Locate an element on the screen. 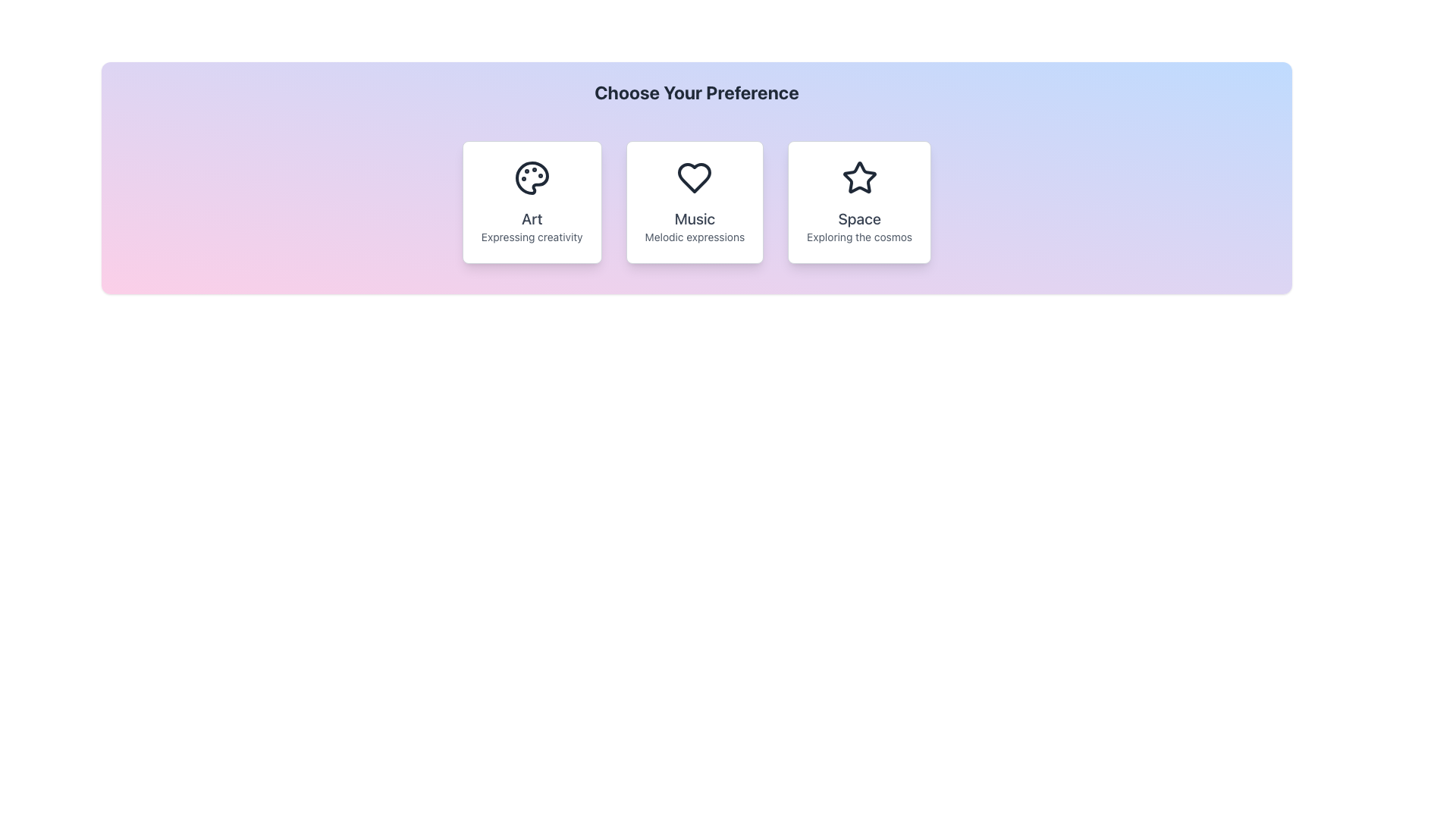 This screenshot has height=819, width=1456. the TextBlock containing the bold text 'Music' and the smaller text 'Melodic expressions' is located at coordinates (694, 227).